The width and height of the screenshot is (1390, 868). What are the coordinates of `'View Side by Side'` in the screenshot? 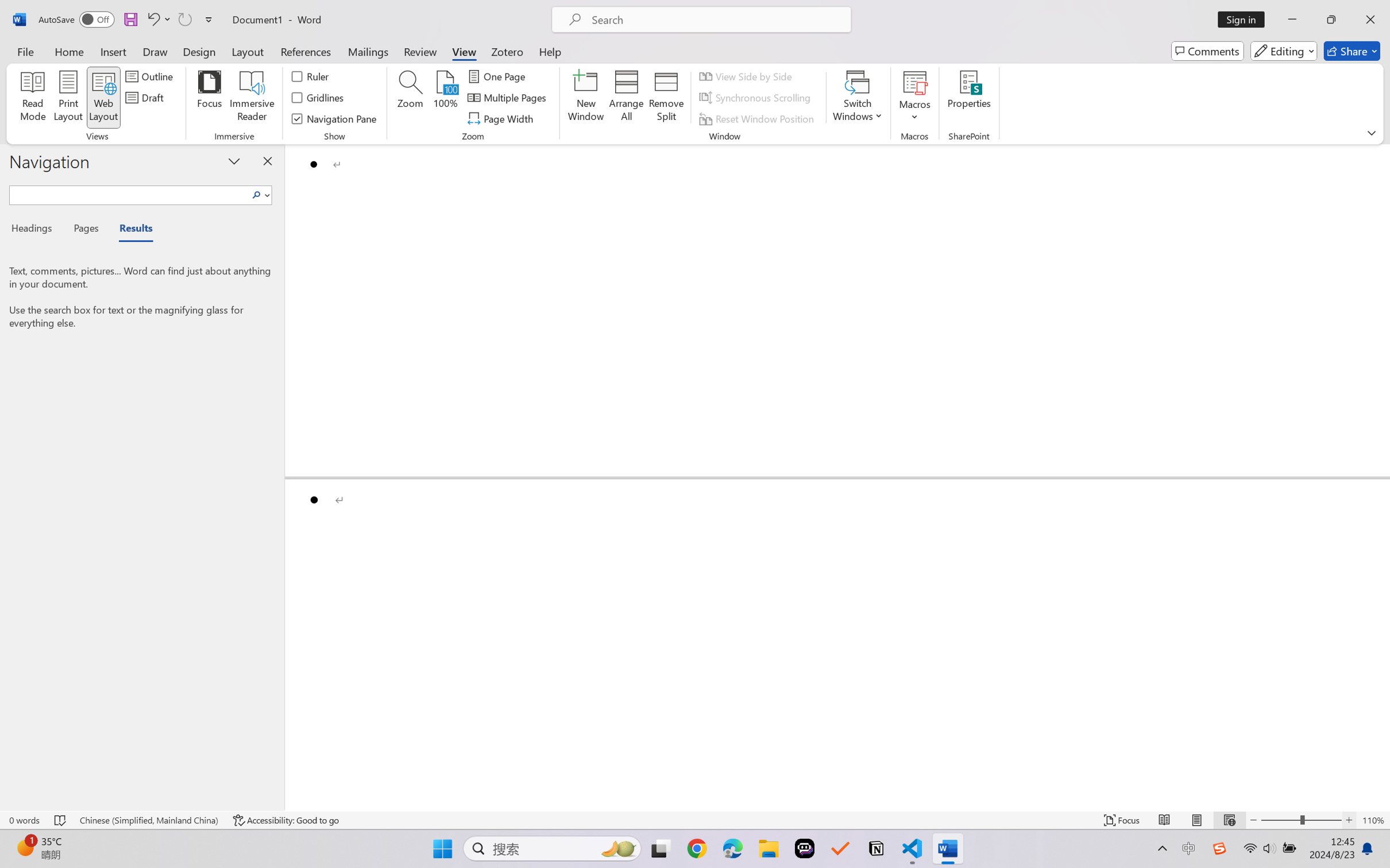 It's located at (747, 75).